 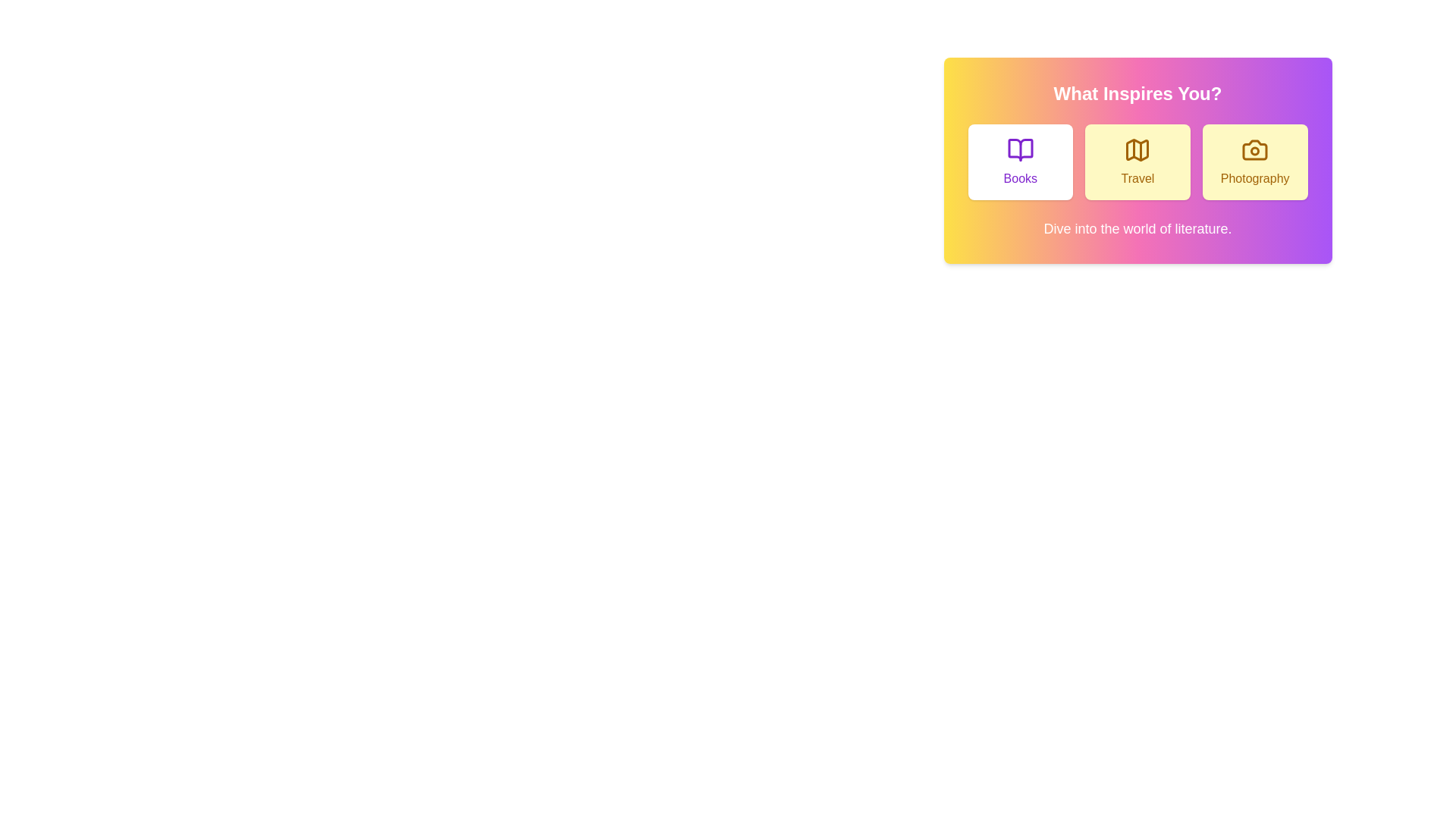 I want to click on the button corresponding to the experience Books, so click(x=1020, y=162).